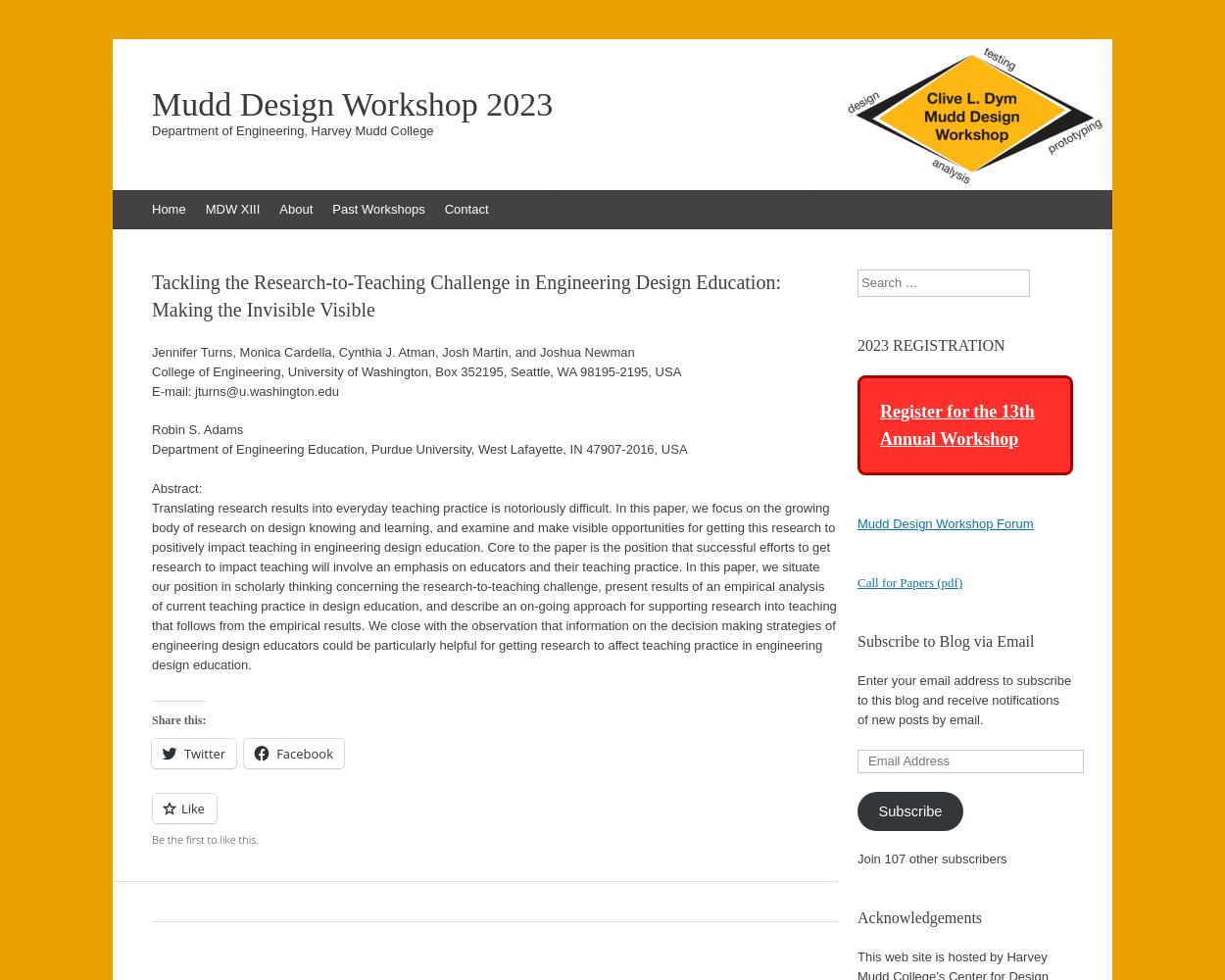  What do you see at coordinates (152, 448) in the screenshot?
I see `'Department of Engineering Education, Purdue University, West Lafayette, IN 47907-2016, USA'` at bounding box center [152, 448].